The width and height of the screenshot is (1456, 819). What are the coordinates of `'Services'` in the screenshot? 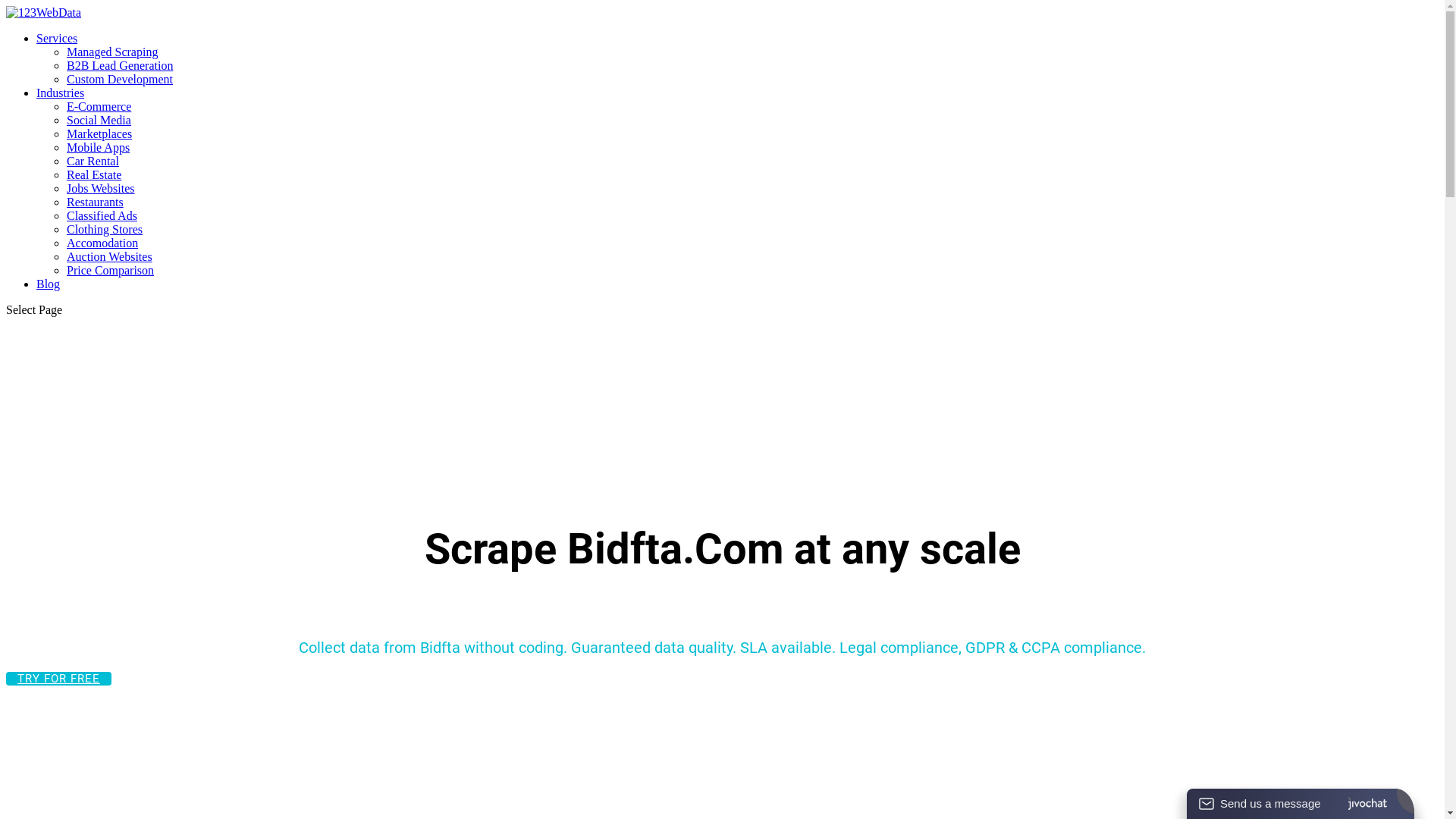 It's located at (57, 37).